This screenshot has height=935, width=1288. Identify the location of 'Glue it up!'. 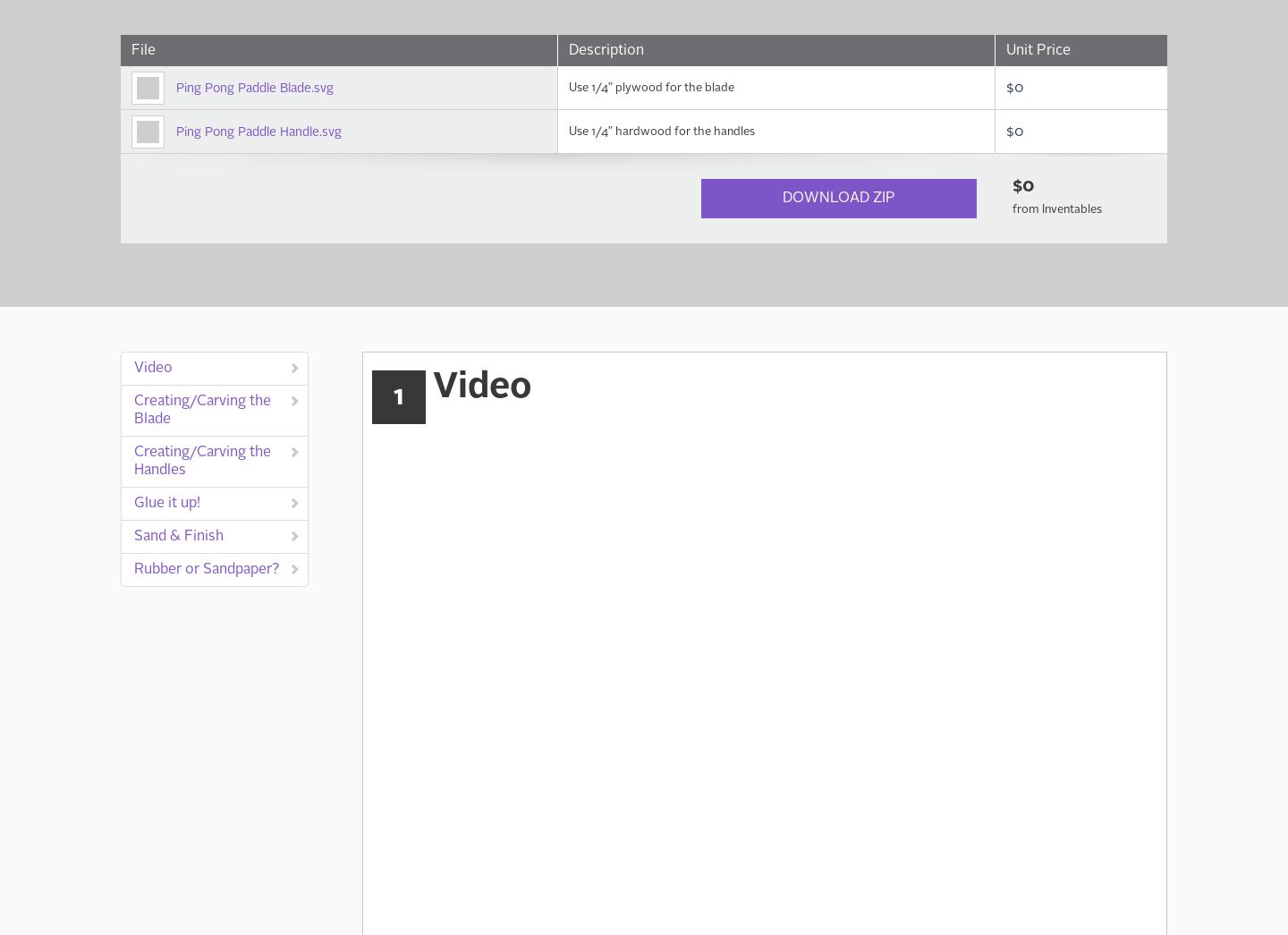
(133, 504).